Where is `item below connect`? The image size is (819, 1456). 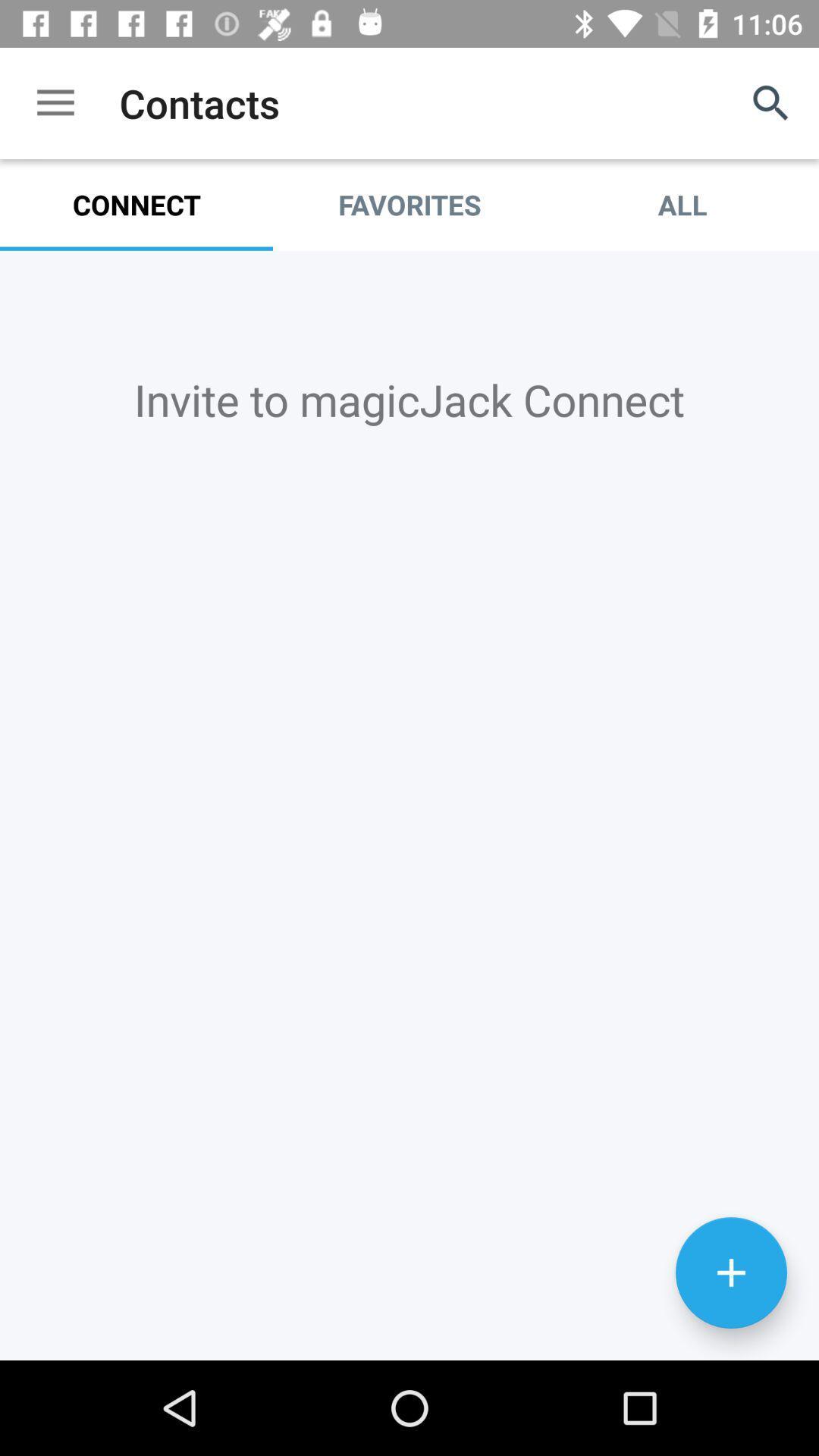 item below connect is located at coordinates (409, 399).